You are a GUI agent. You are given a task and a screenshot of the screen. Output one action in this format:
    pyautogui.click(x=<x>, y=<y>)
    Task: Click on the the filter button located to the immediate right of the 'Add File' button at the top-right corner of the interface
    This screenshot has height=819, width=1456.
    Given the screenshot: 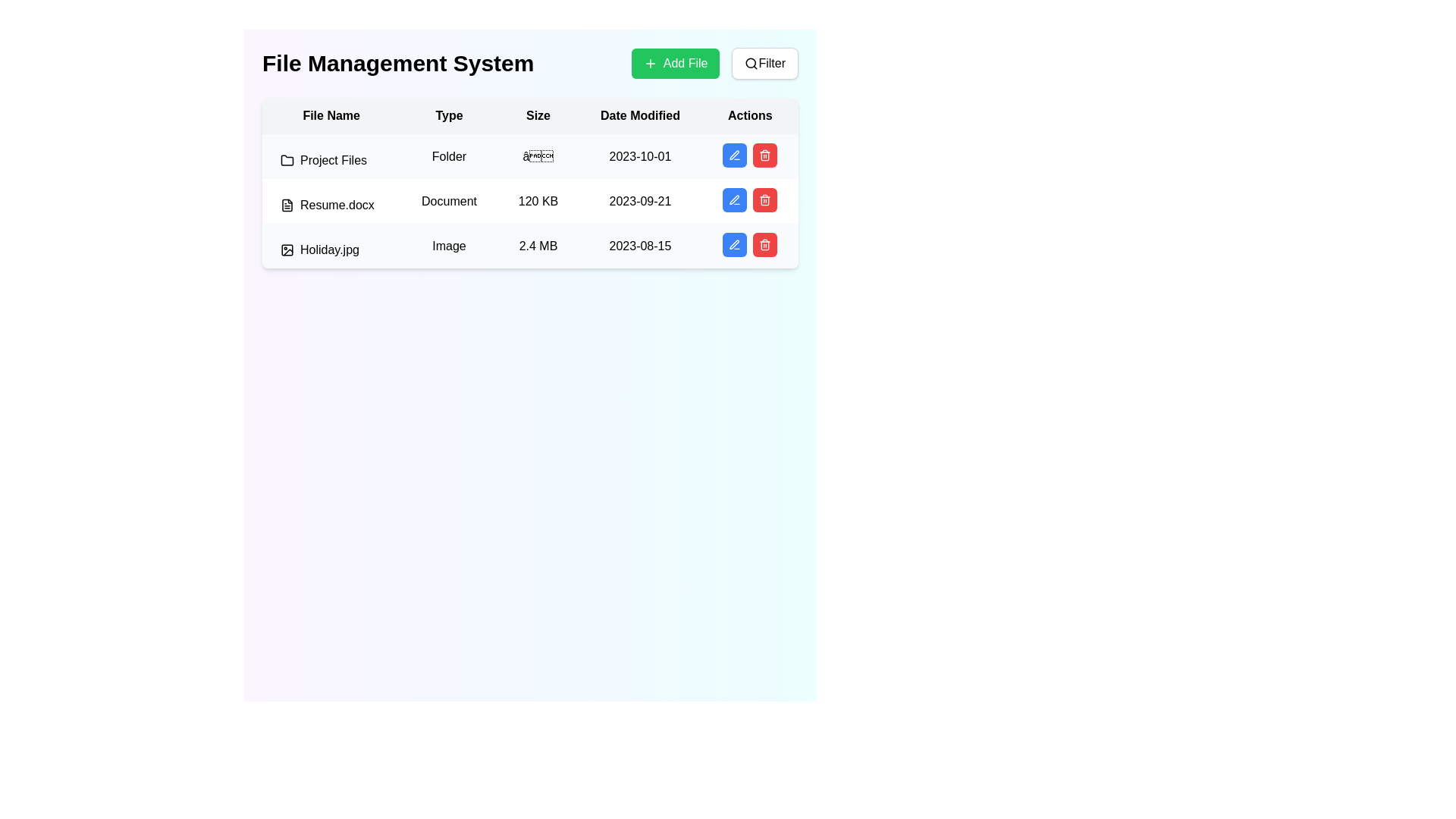 What is the action you would take?
    pyautogui.click(x=765, y=63)
    